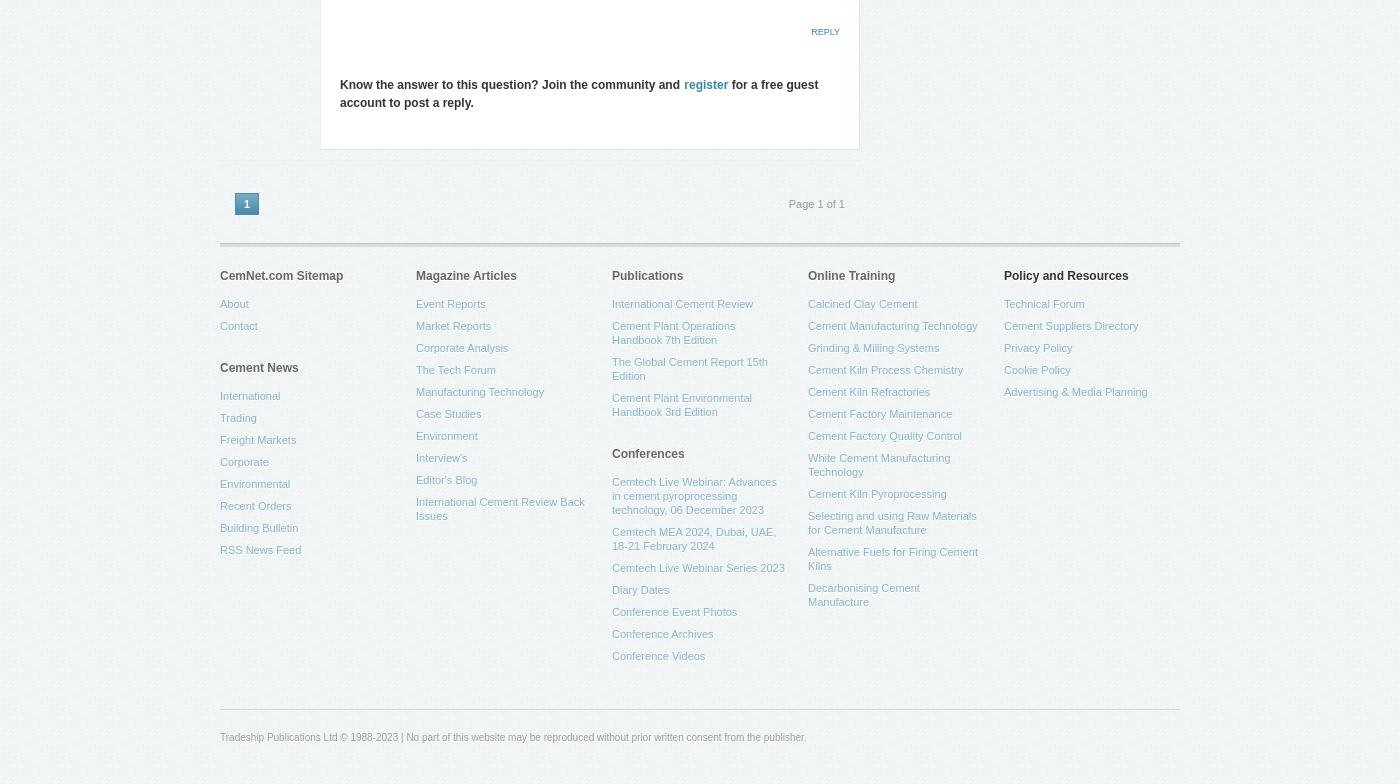  Describe the element at coordinates (218, 528) in the screenshot. I see `'Building Bulletin'` at that location.